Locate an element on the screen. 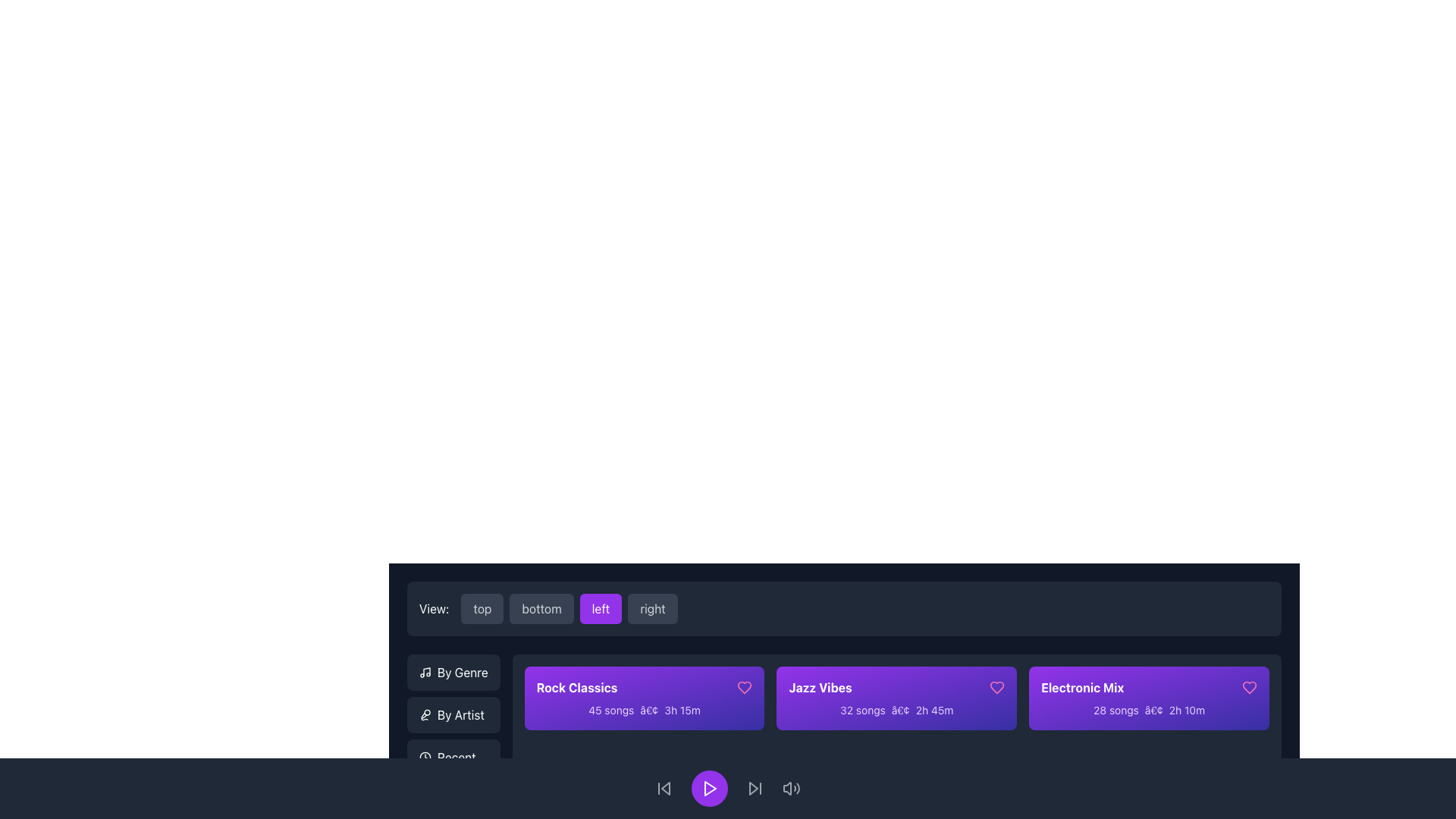  the triangular play button icon, which is white and enclosed in a circular purple button, located centrally in the bottom navigation bar is located at coordinates (709, 788).